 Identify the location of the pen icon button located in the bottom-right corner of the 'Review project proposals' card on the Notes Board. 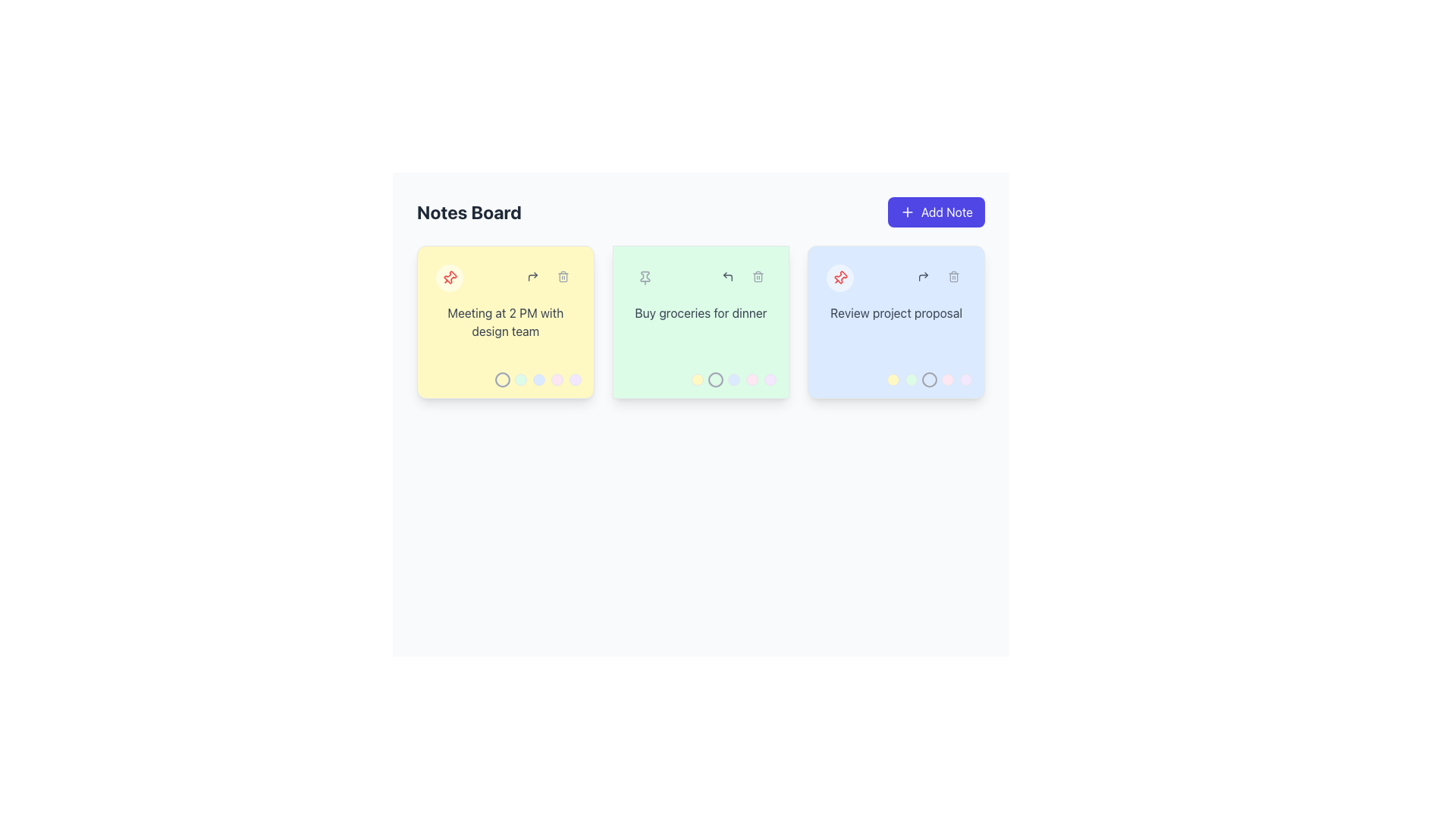
(959, 315).